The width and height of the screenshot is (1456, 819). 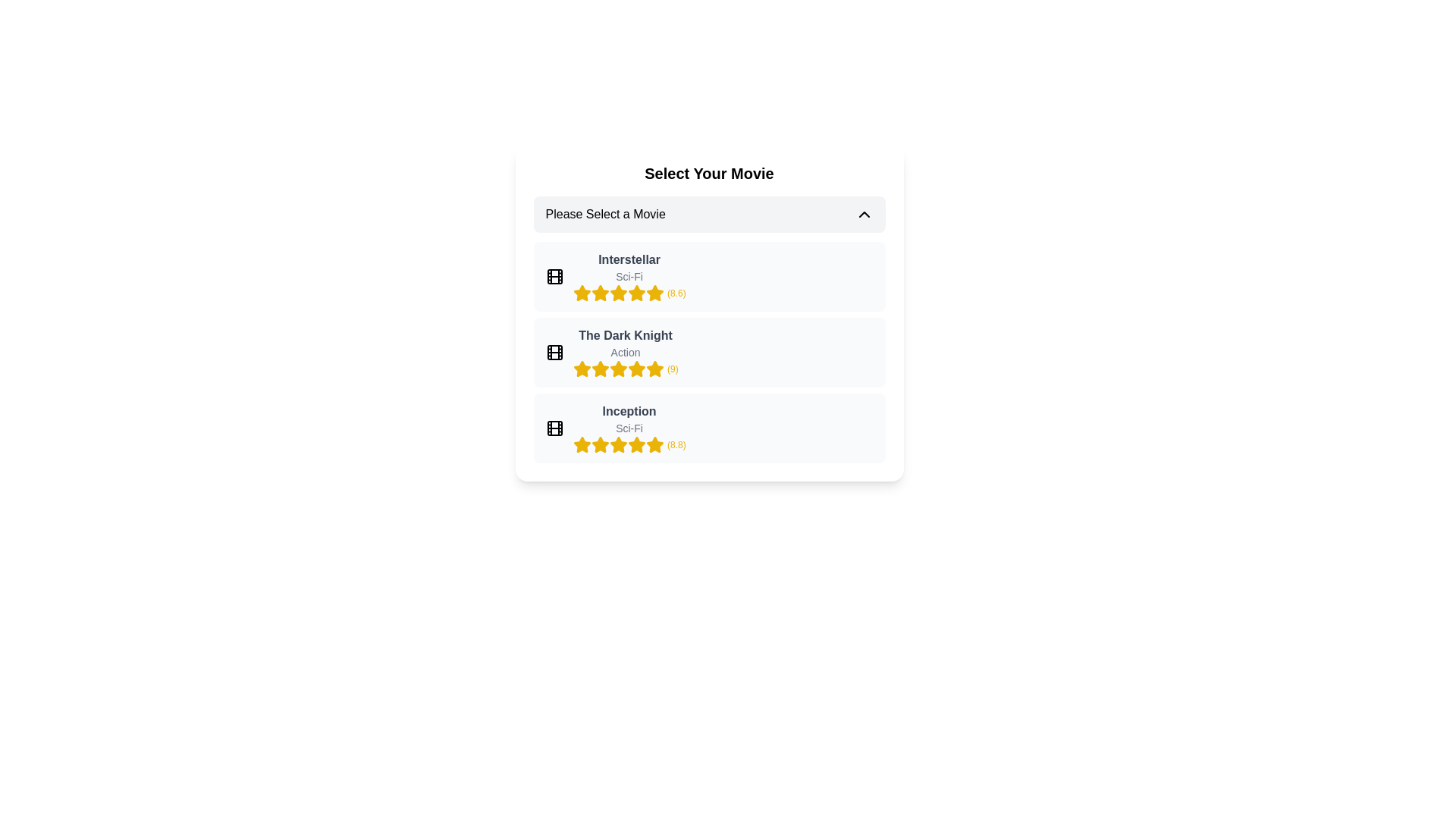 What do you see at coordinates (599, 444) in the screenshot?
I see `the fifth star icon in the movie rating section, which is adjacent to the rating '8.8' for 'Inception'` at bounding box center [599, 444].